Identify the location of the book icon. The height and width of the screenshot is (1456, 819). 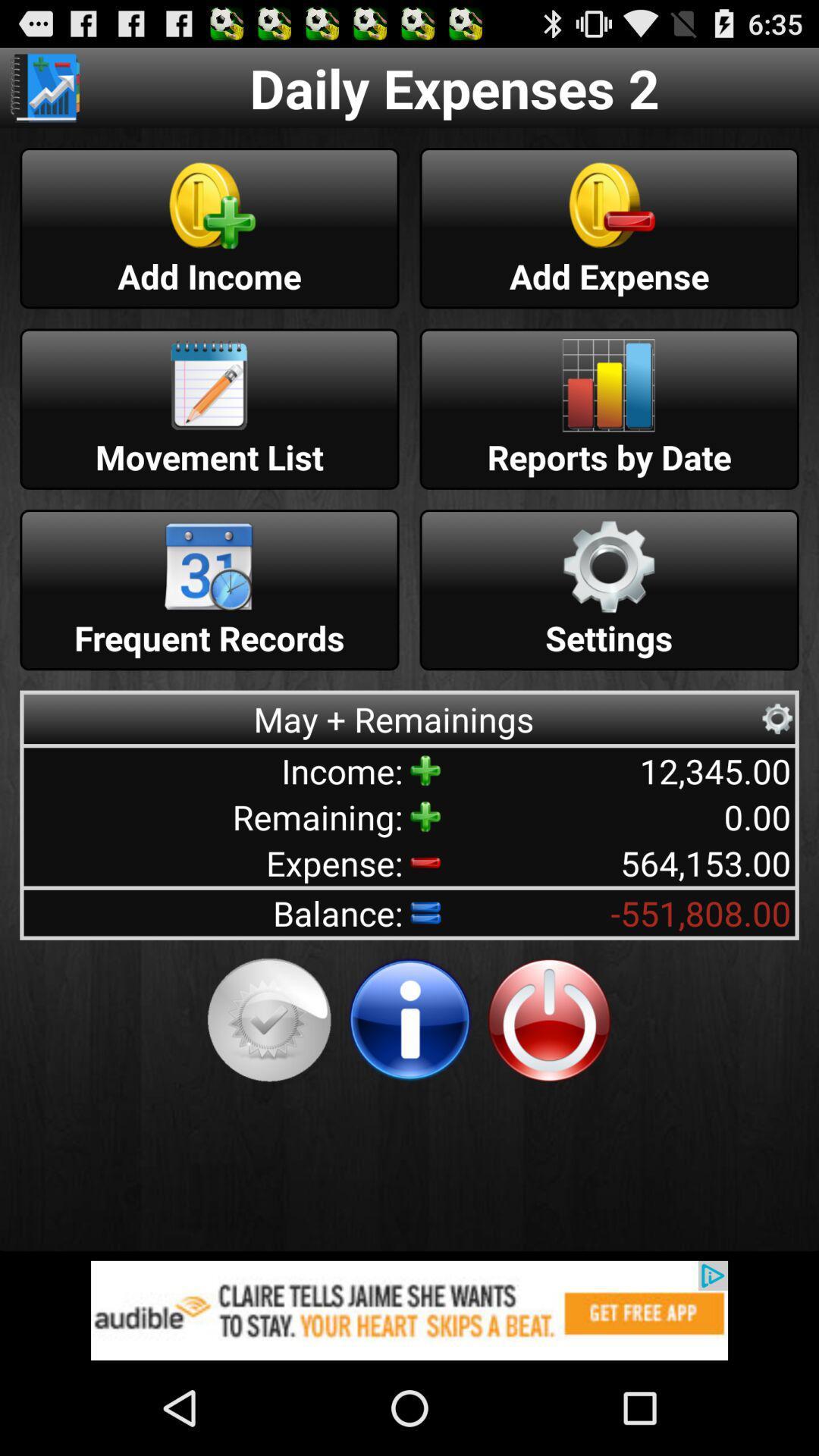
(44, 93).